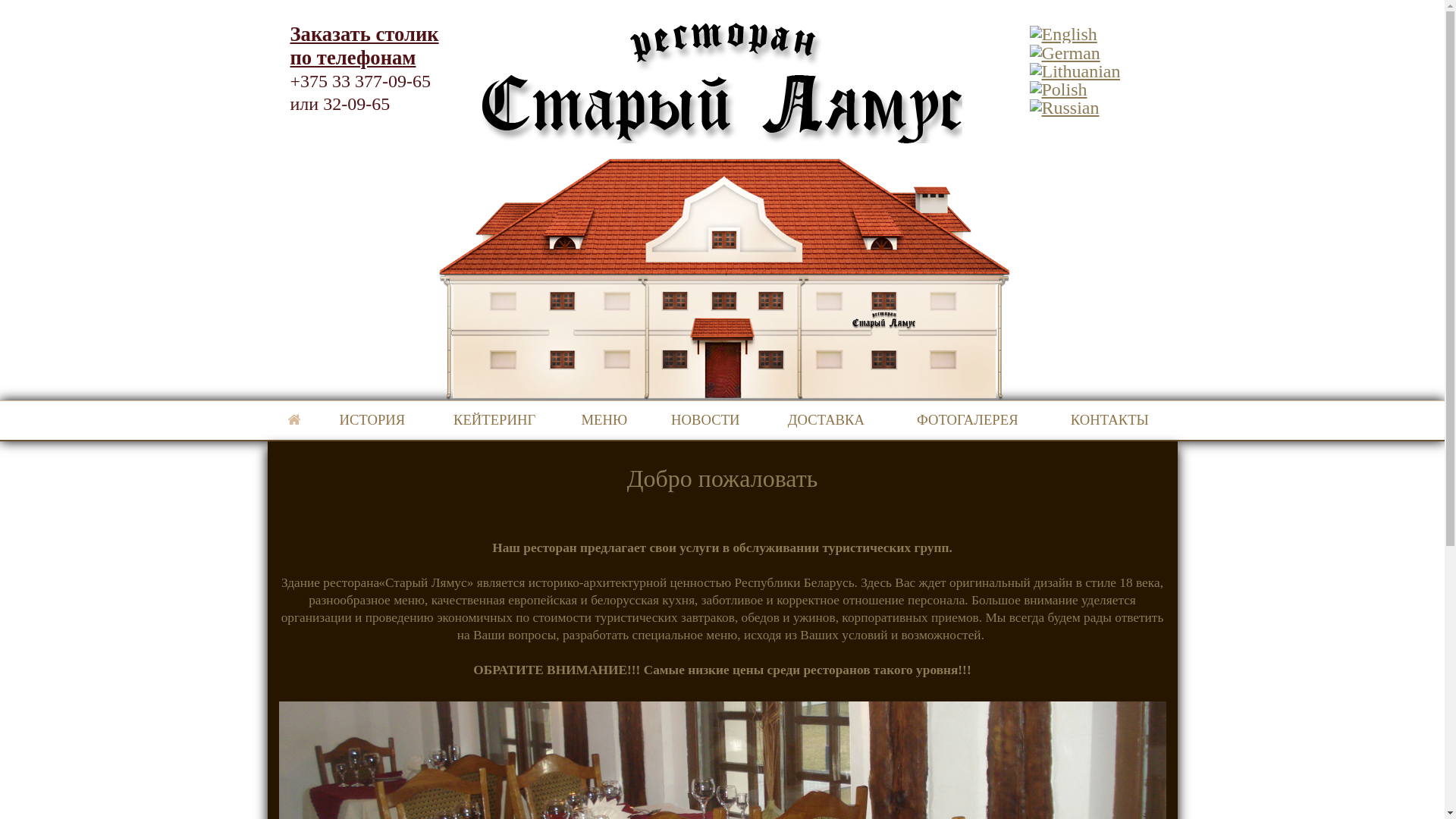 The image size is (1456, 819). Describe the element at coordinates (1062, 32) in the screenshot. I see `'English'` at that location.